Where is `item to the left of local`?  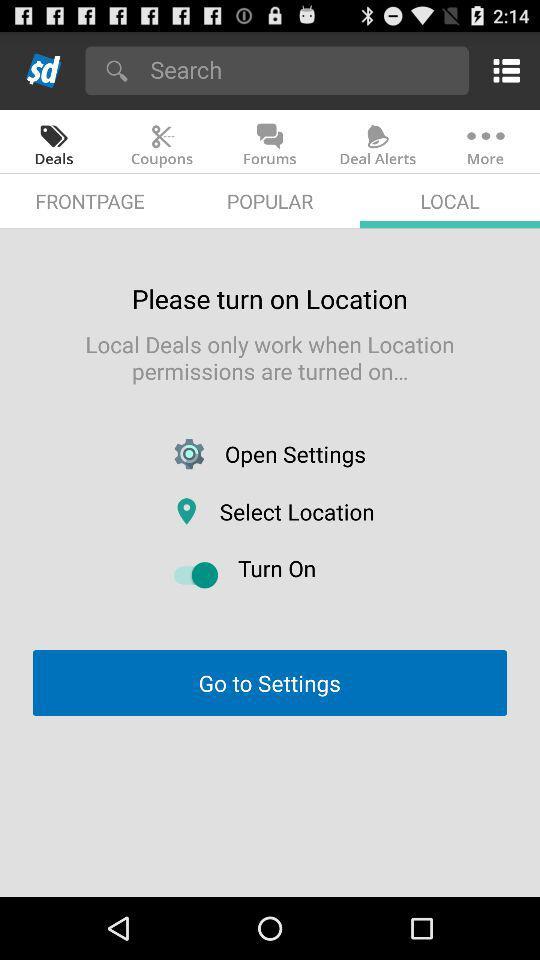 item to the left of local is located at coordinates (270, 201).